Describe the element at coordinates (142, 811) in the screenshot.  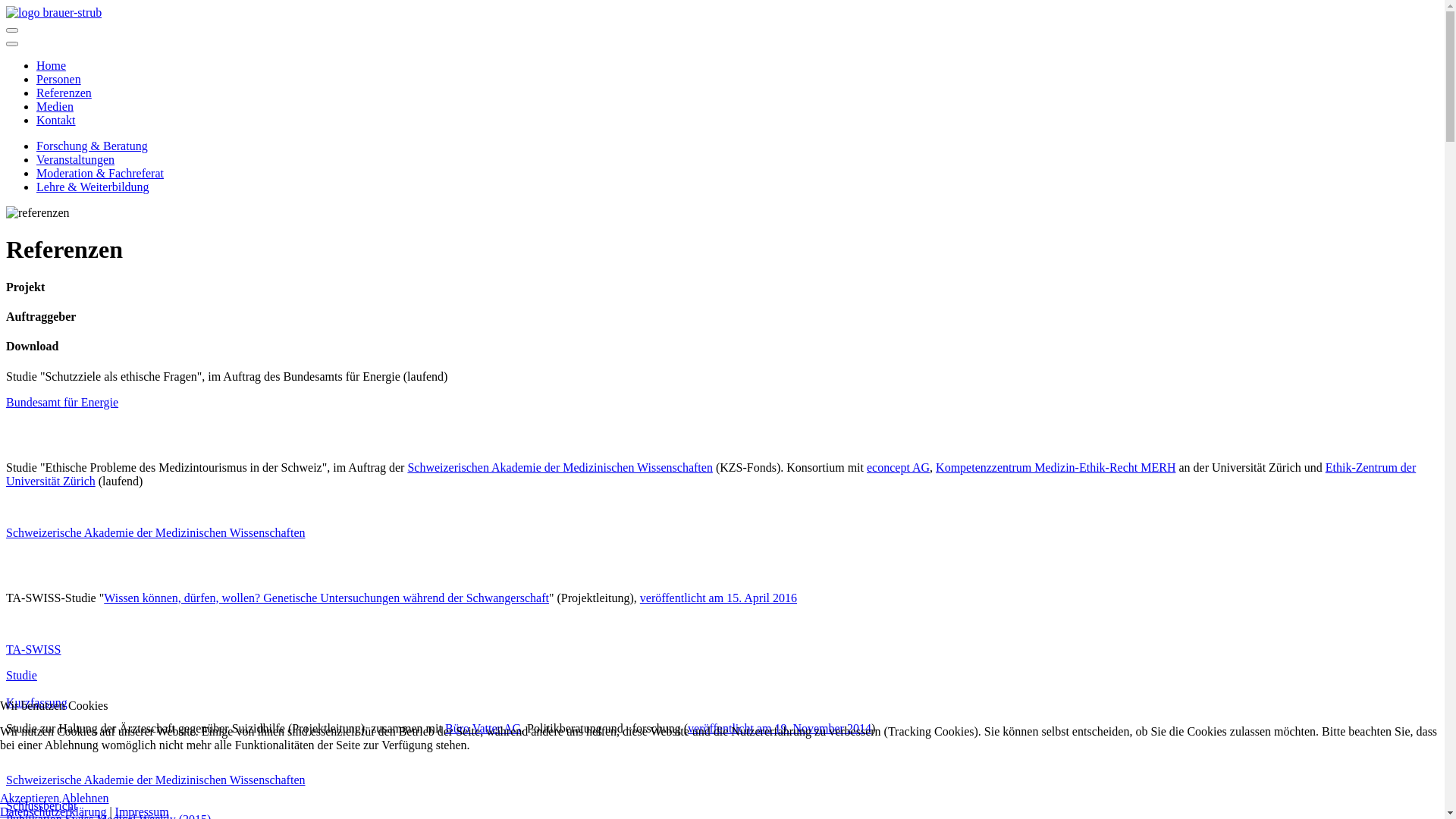
I see `'Impressum'` at that location.